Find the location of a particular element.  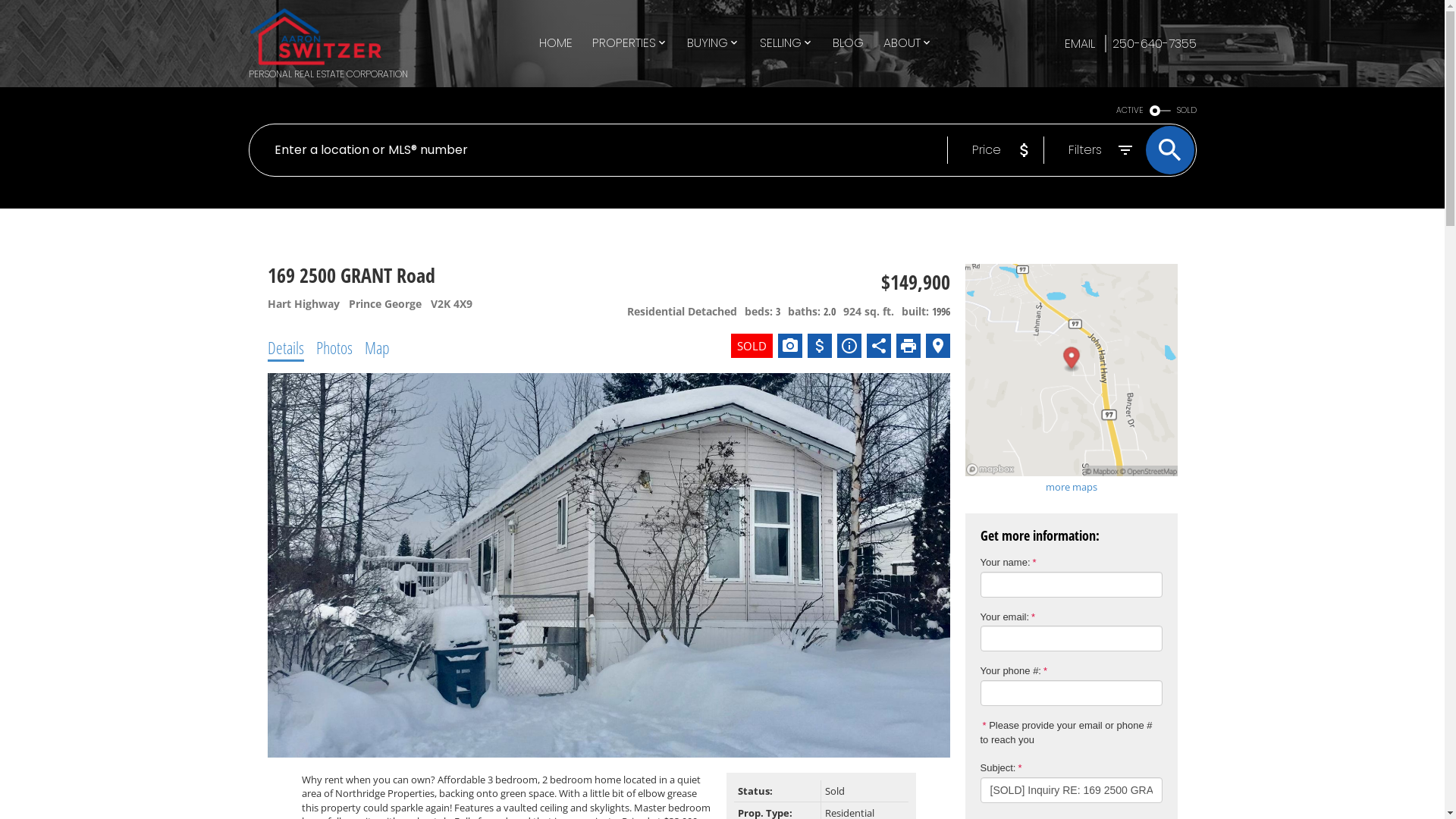

'more maps' is located at coordinates (1069, 486).